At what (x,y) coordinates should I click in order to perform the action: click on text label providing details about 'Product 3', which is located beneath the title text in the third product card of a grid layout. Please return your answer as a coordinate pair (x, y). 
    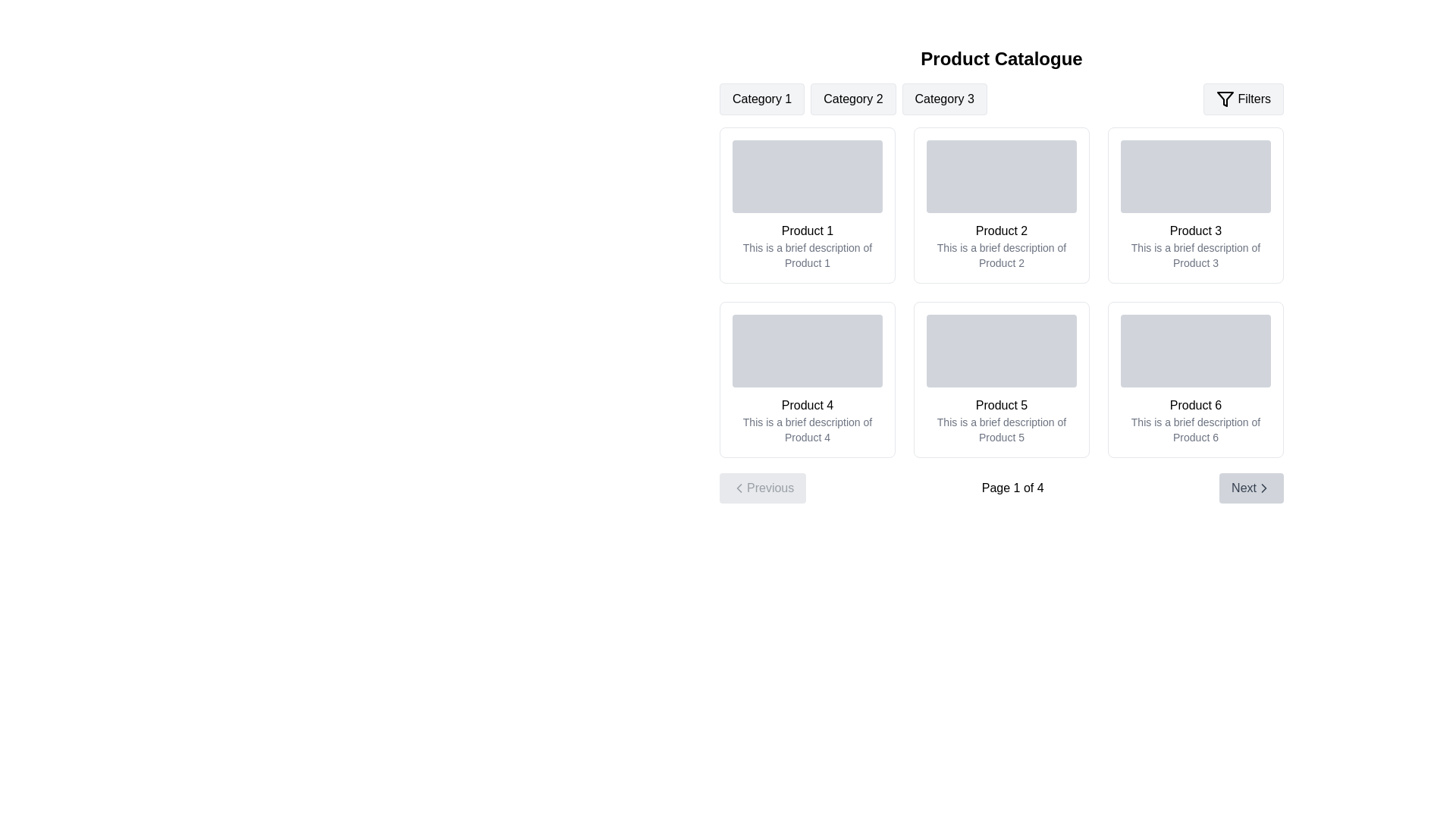
    Looking at the image, I should click on (1195, 254).